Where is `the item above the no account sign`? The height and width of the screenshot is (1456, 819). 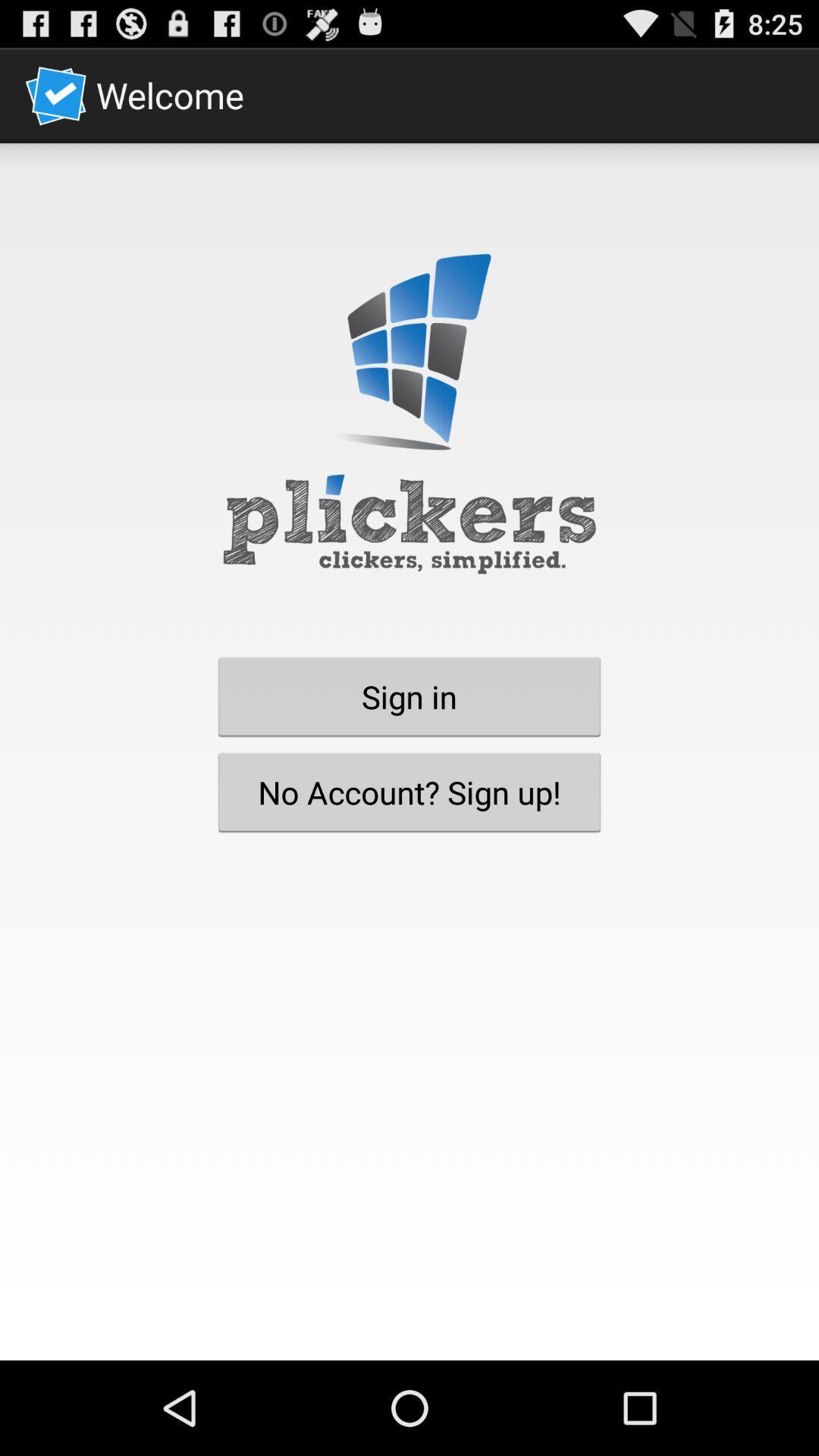
the item above the no account sign is located at coordinates (409, 695).